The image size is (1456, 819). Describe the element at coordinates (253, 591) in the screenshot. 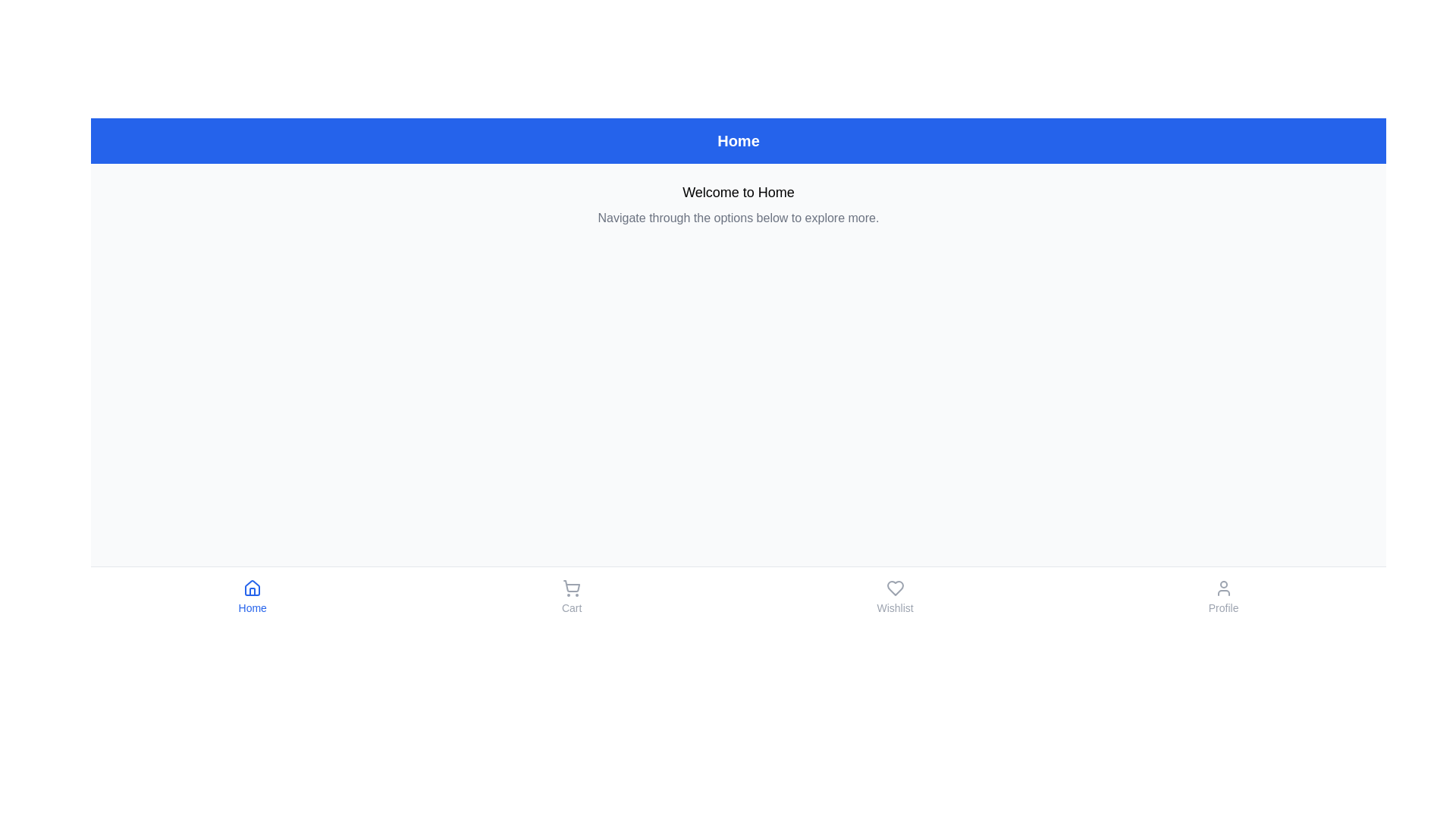

I see `the door element of the house icon located at the bottom-center of the interface, which is part of the bottom navigation bar` at that location.